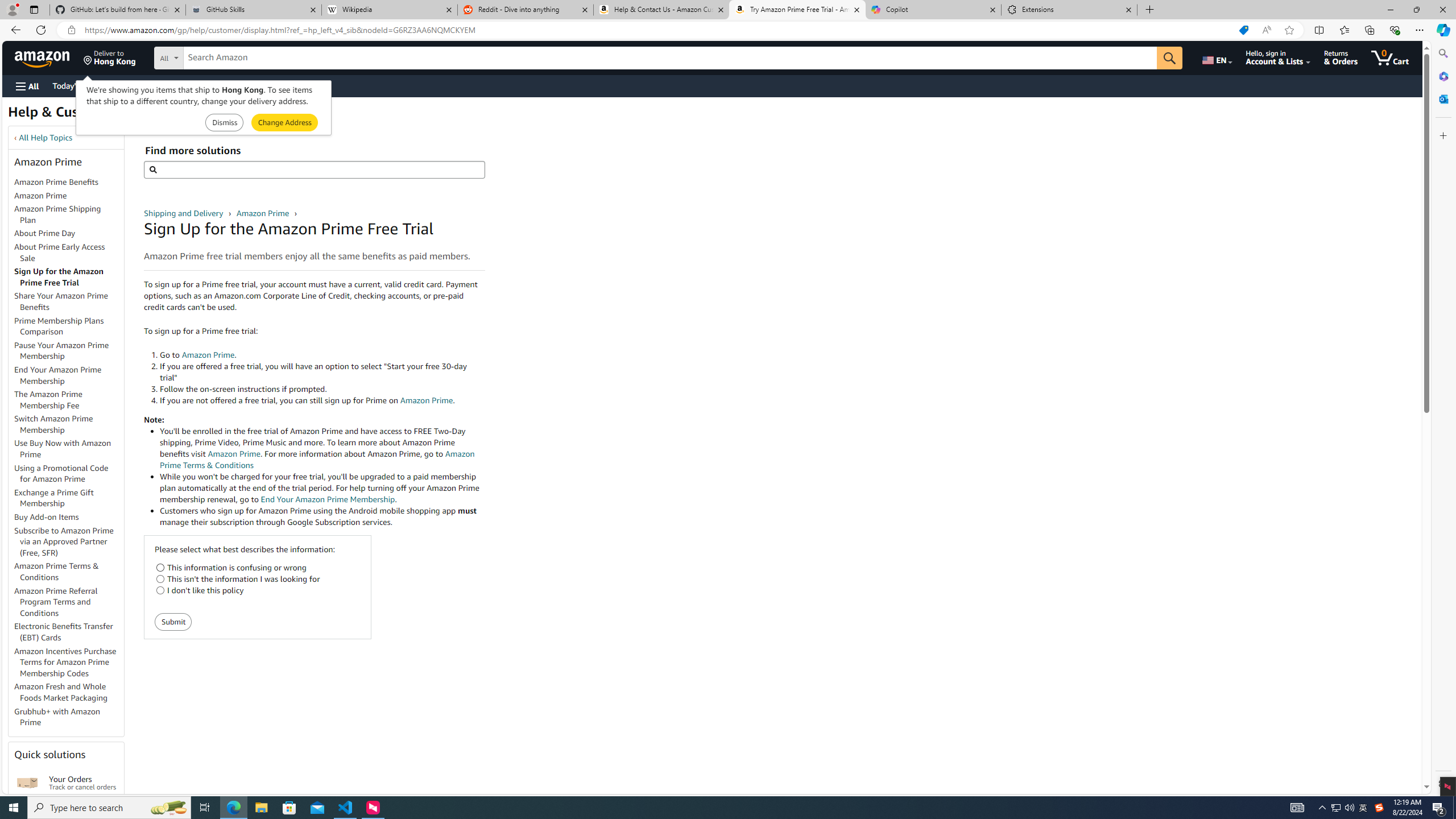 Image resolution: width=1456 pixels, height=819 pixels. Describe the element at coordinates (26, 85) in the screenshot. I see `'Open Menu'` at that location.